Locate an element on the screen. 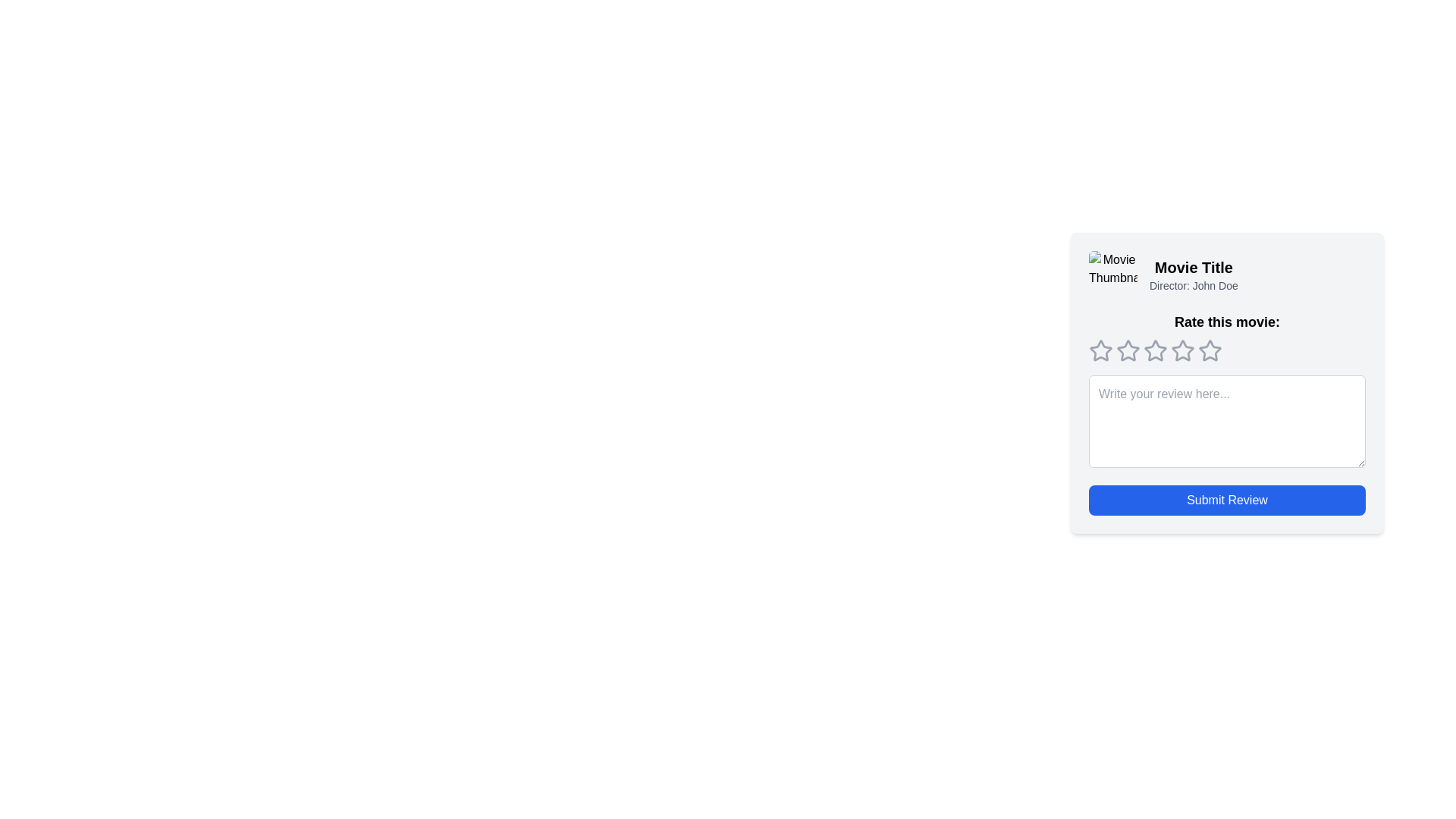 Image resolution: width=1456 pixels, height=819 pixels. the state of the first star in the five-star rating system located below the 'Rate this movie:' label to determine the current rating is located at coordinates (1100, 350).